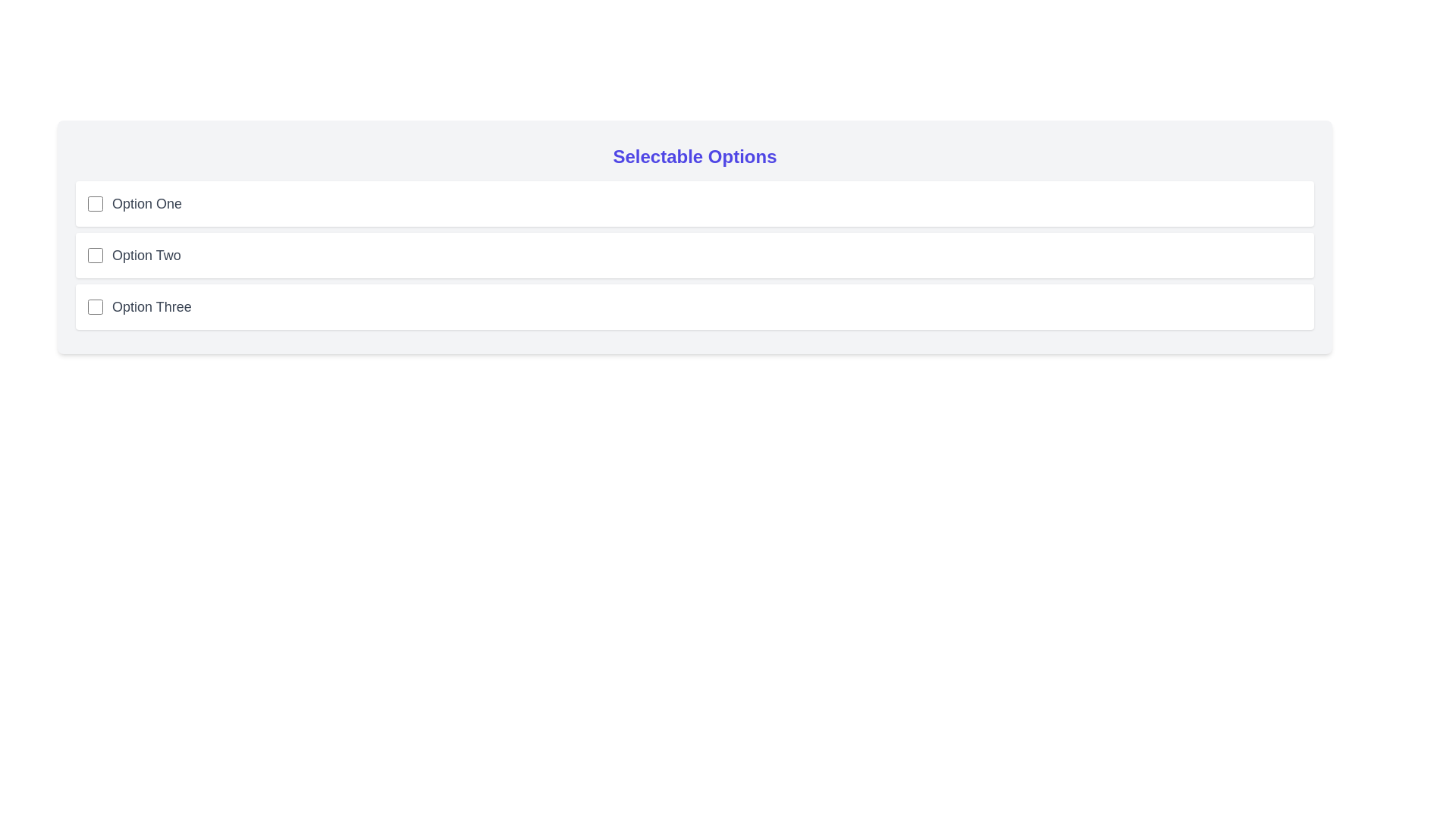 This screenshot has height=819, width=1456. Describe the element at coordinates (694, 254) in the screenshot. I see `the option Option Two to observe visual feedback` at that location.